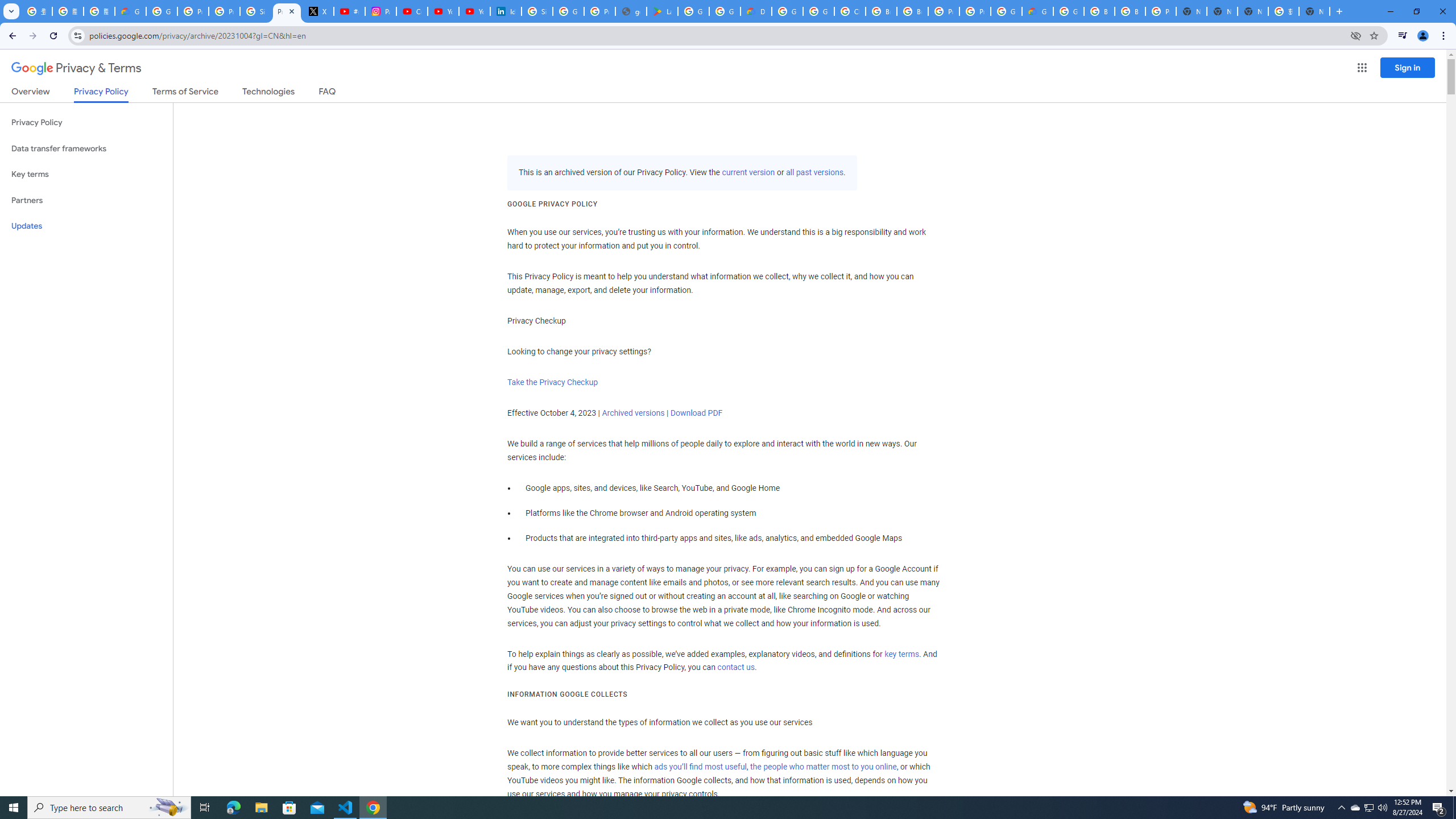 This screenshot has height=819, width=1456. Describe the element at coordinates (735, 667) in the screenshot. I see `'contact us'` at that location.